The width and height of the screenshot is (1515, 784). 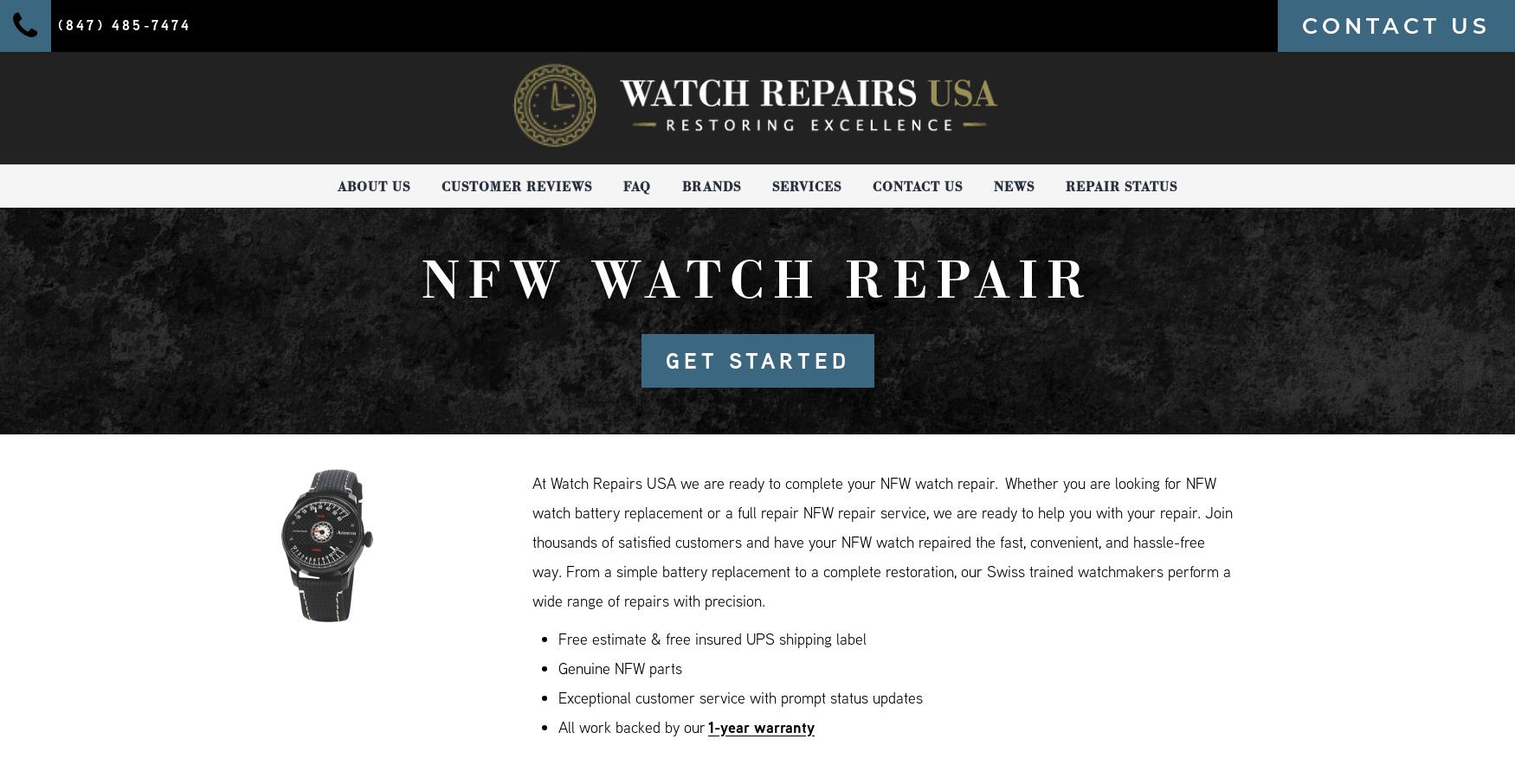 I want to click on 'News', so click(x=1013, y=185).